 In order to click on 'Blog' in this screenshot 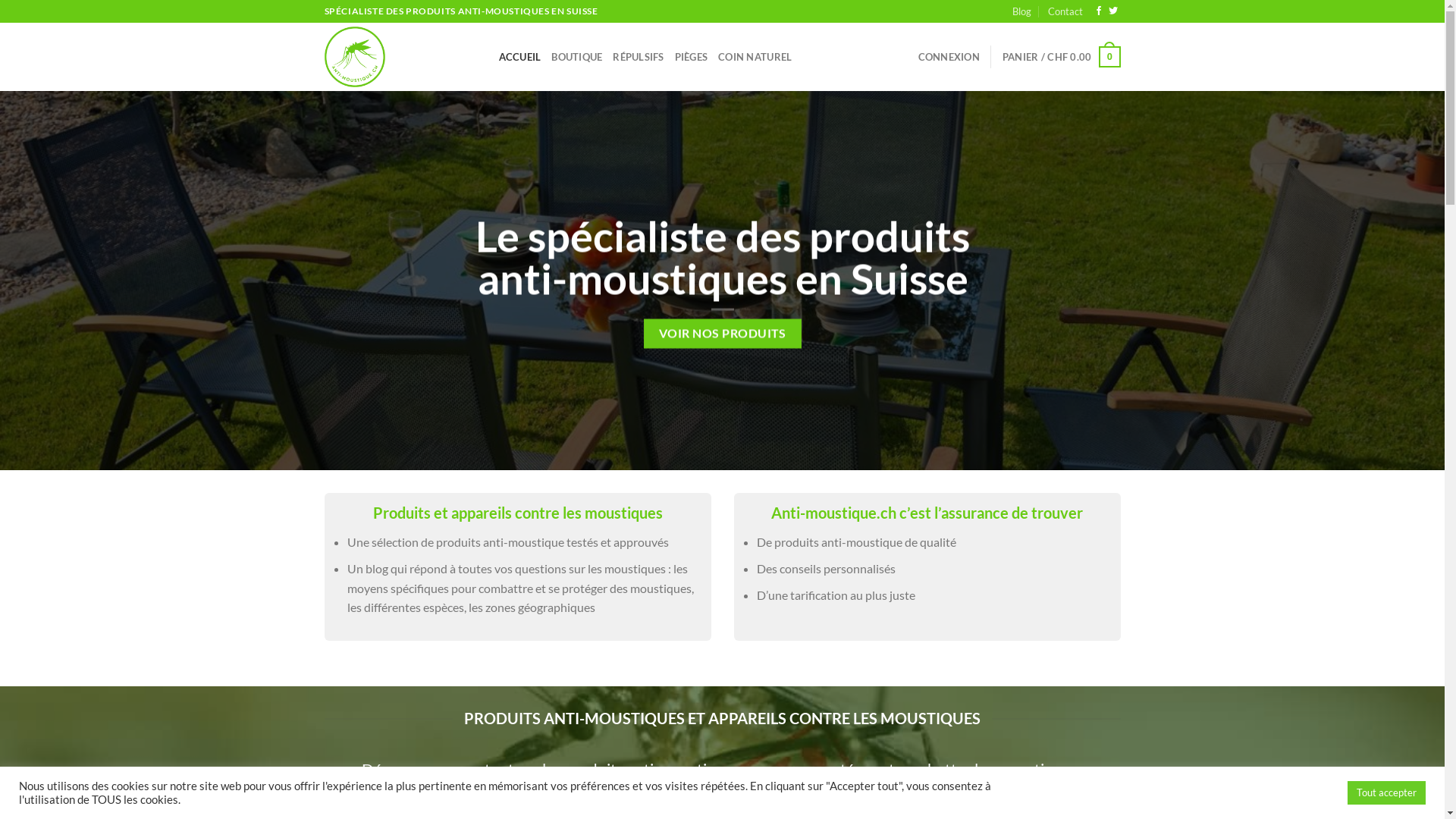, I will do `click(1021, 11)`.